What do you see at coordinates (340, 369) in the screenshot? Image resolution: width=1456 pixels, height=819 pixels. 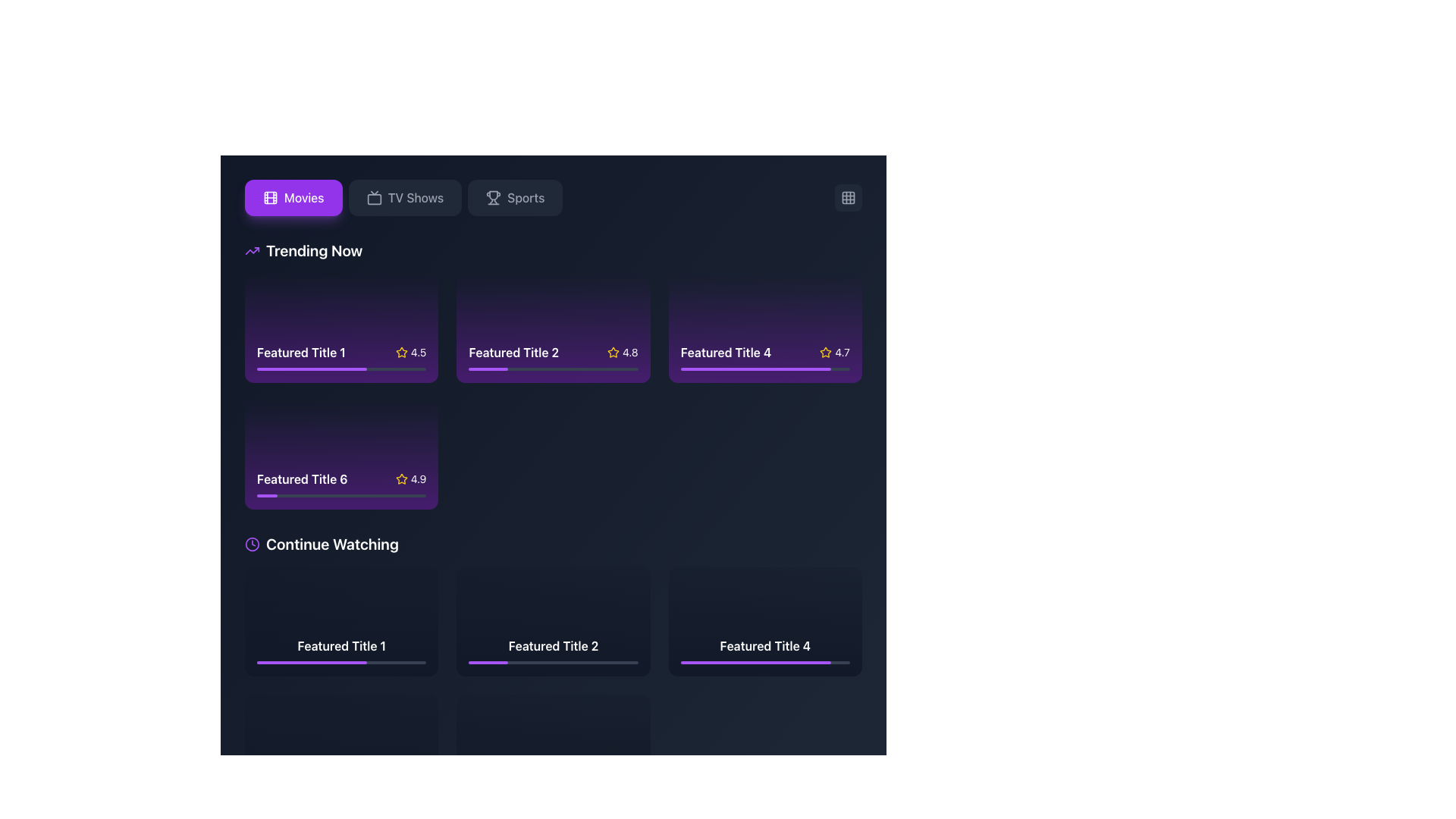 I see `the minimal horizontal progress bar with a gray background and purple-filled portion, located beneath 'Featured Title 1' and the star rating '4.5' in the first card of the 'Trending Now' section` at bounding box center [340, 369].